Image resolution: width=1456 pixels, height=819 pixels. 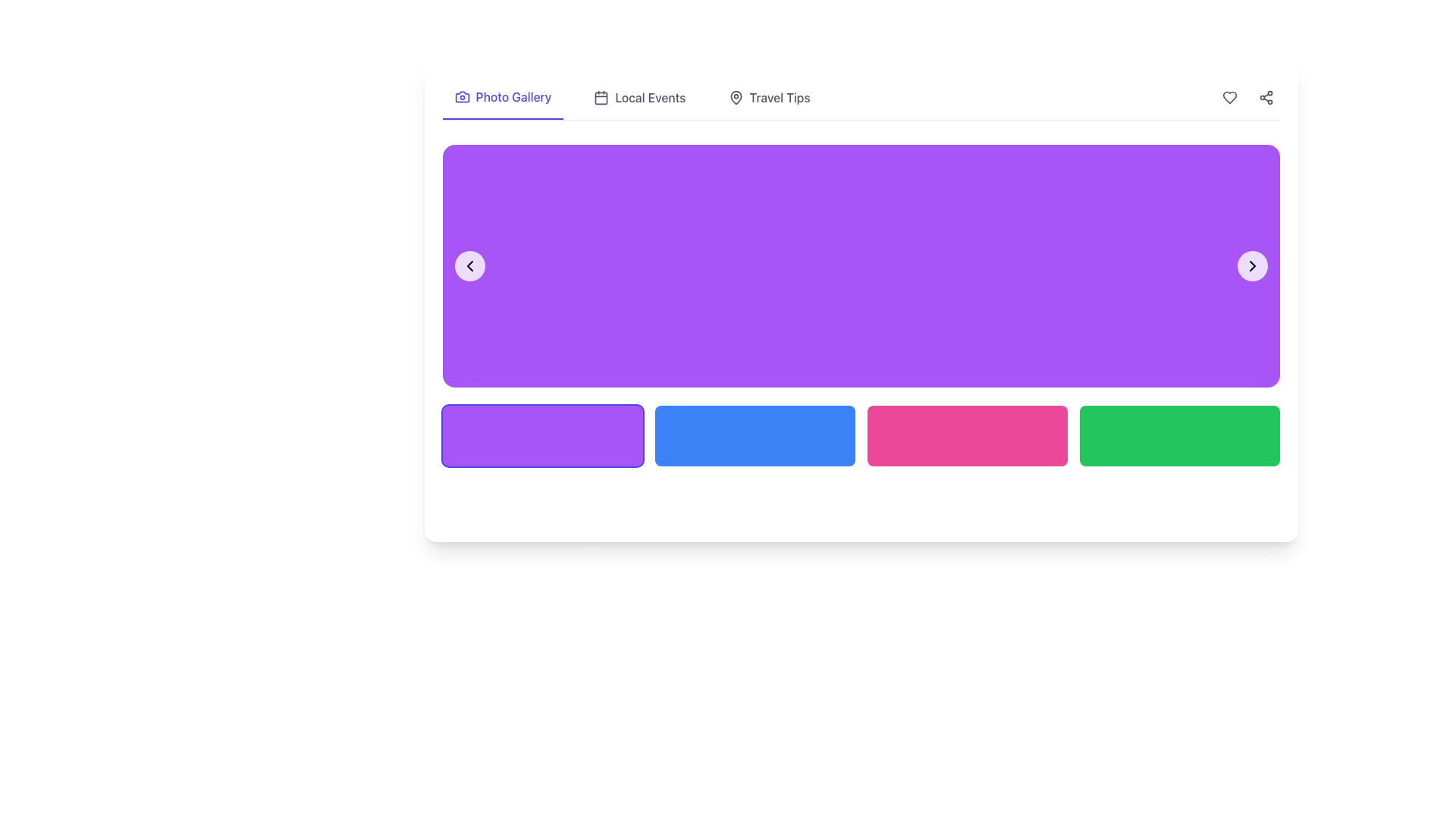 I want to click on the heart-shaped icon outline in the top-right corner of the interface, which is part of a circular button used for likes or favorites, so click(x=1229, y=97).